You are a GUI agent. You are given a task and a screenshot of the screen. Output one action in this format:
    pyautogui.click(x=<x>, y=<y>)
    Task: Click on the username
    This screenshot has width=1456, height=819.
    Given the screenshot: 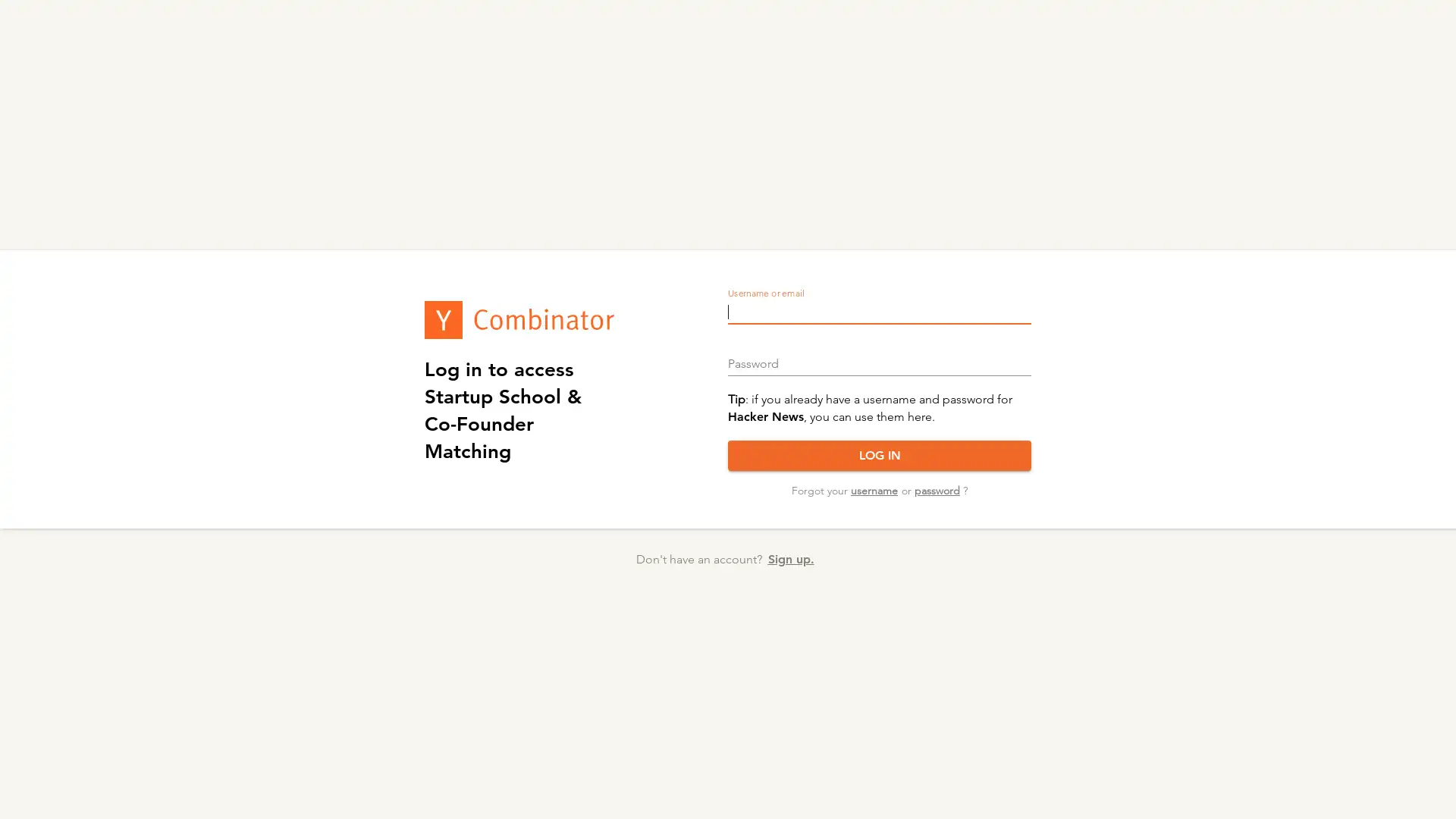 What is the action you would take?
    pyautogui.click(x=874, y=491)
    